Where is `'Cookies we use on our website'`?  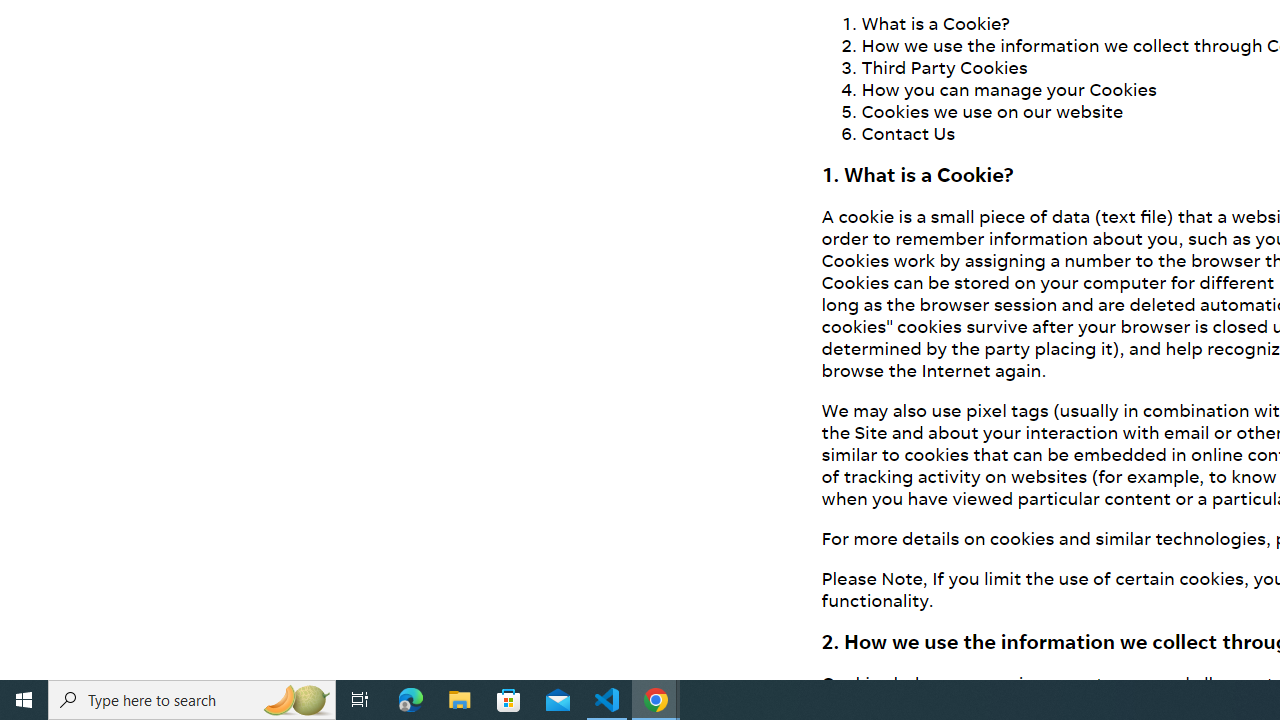
'Cookies we use on our website' is located at coordinates (992, 110).